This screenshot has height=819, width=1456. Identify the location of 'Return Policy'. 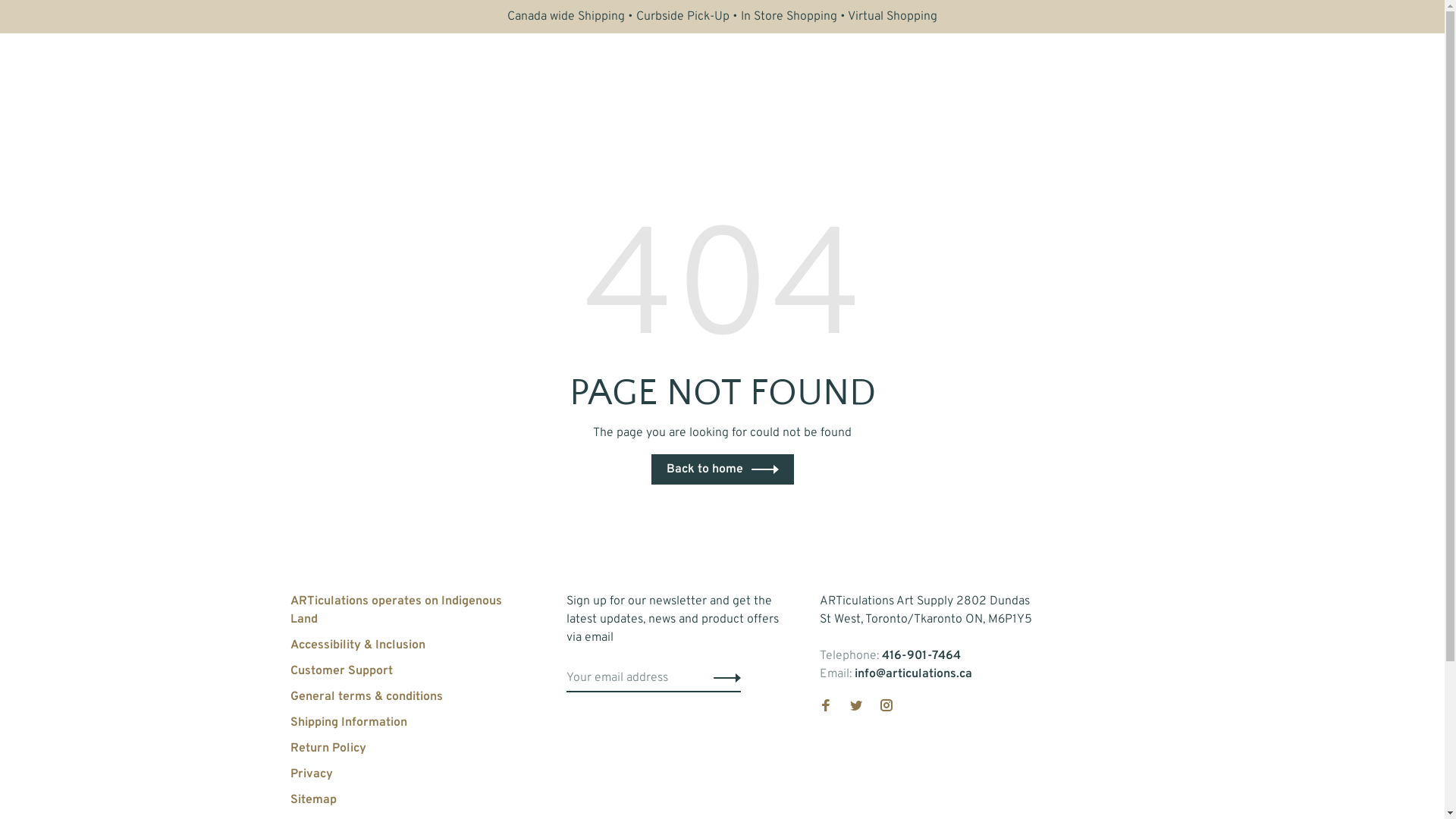
(327, 748).